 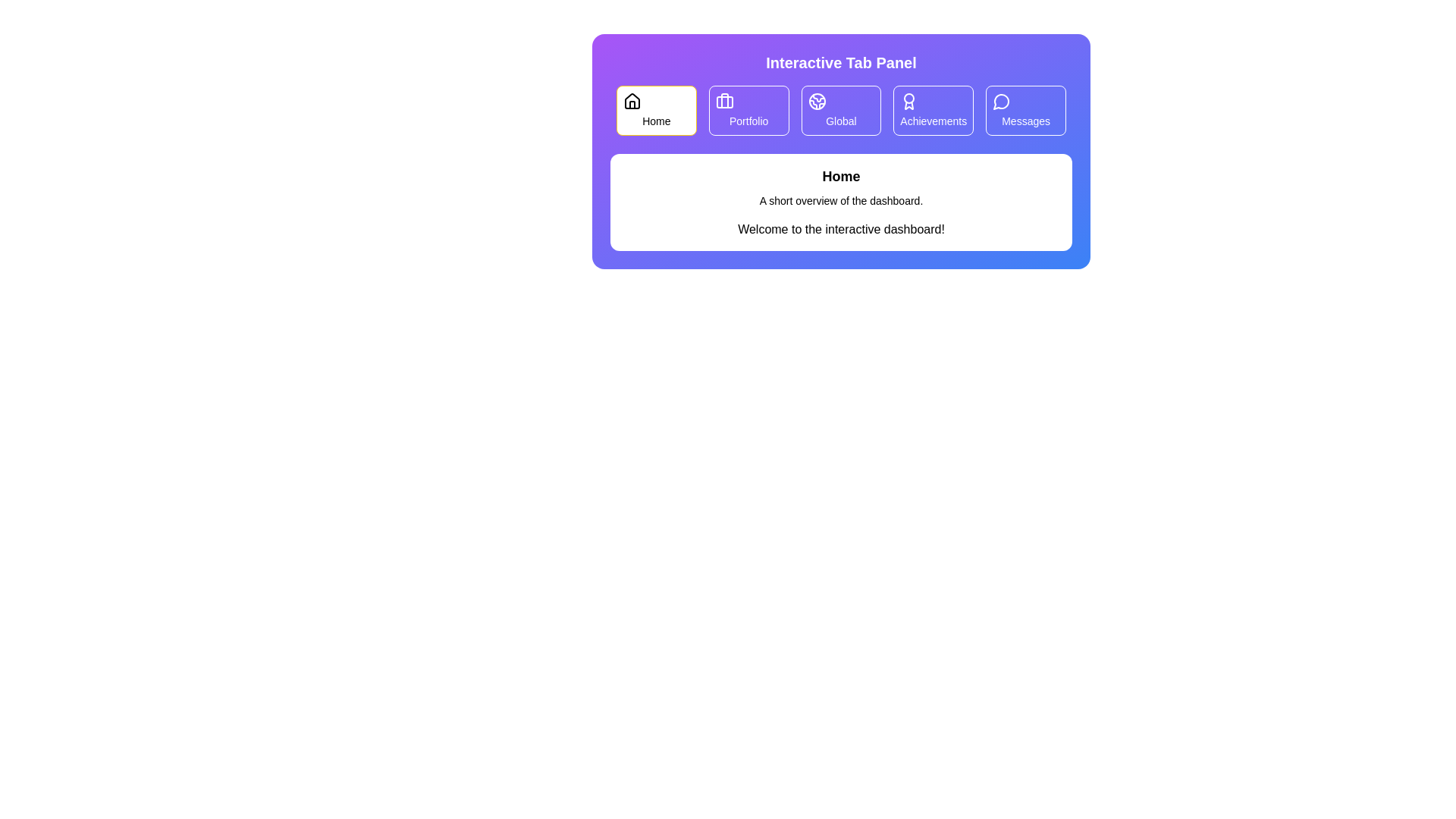 I want to click on the 'Portfolio' label located on the second button from the left in the horizontal navigation bar, which is identified by the briefcase icon above it, so click(x=748, y=120).